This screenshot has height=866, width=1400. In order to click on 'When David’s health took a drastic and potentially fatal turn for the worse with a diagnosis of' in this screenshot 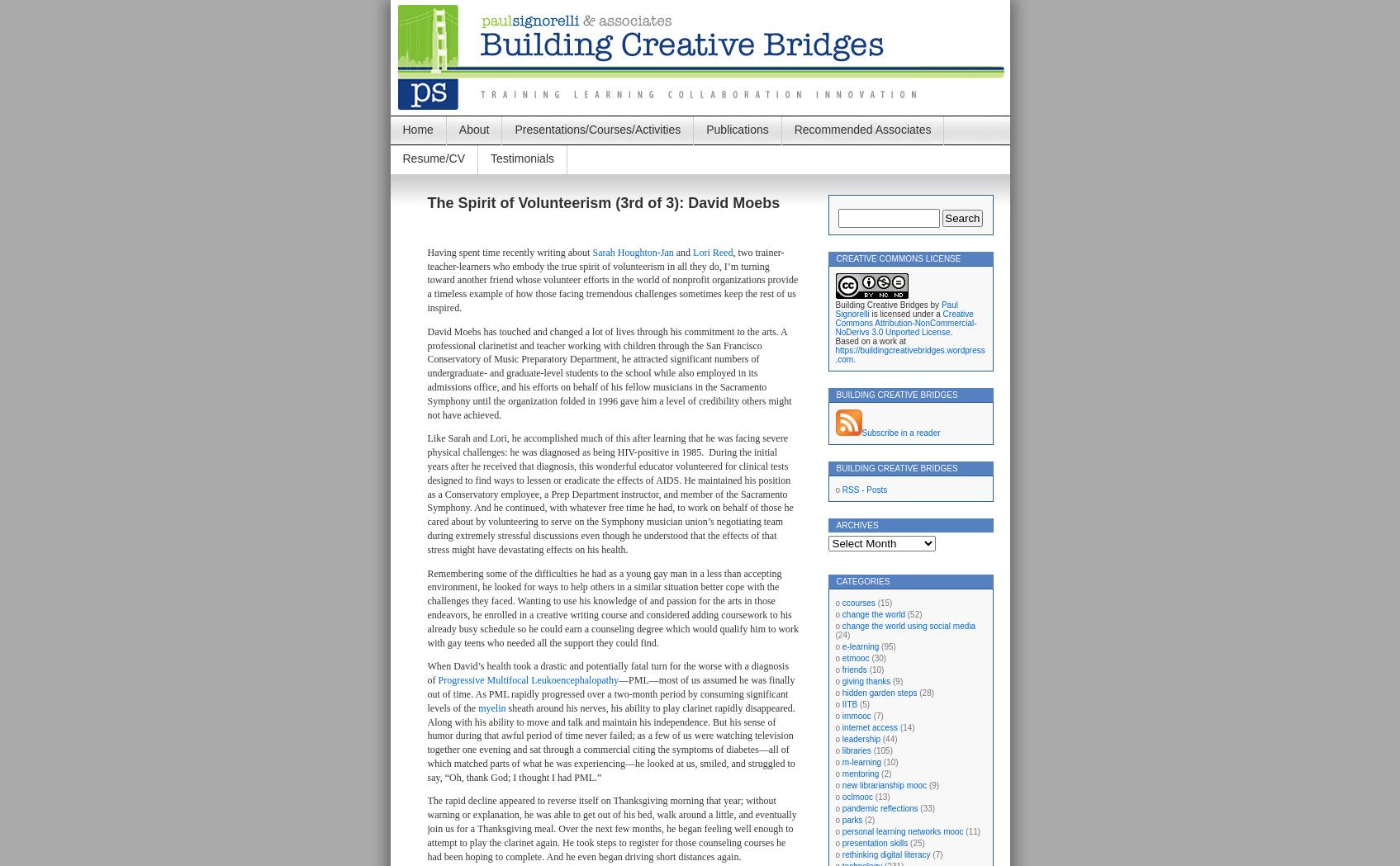, I will do `click(606, 672)`.